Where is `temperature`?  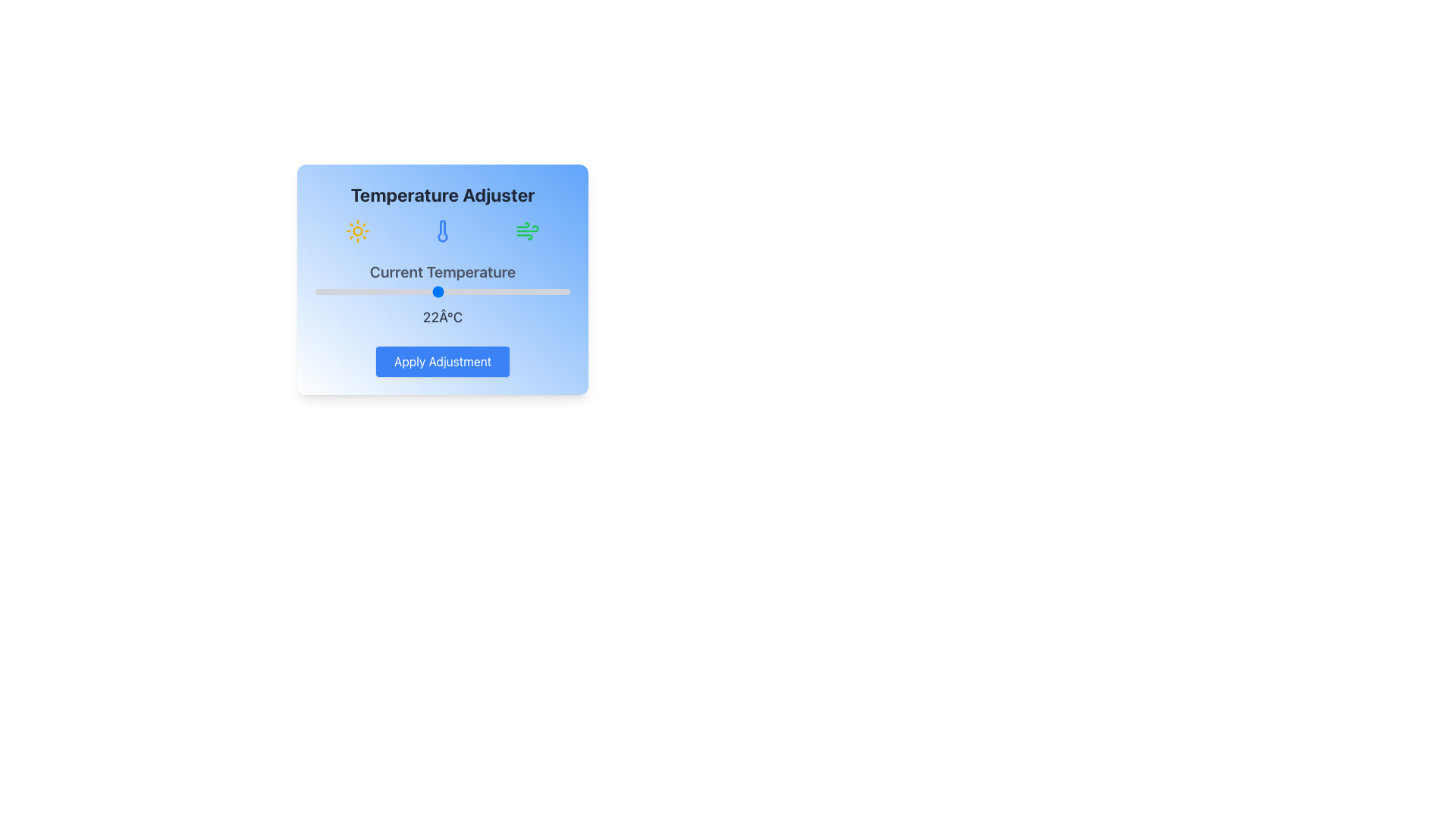
temperature is located at coordinates (529, 292).